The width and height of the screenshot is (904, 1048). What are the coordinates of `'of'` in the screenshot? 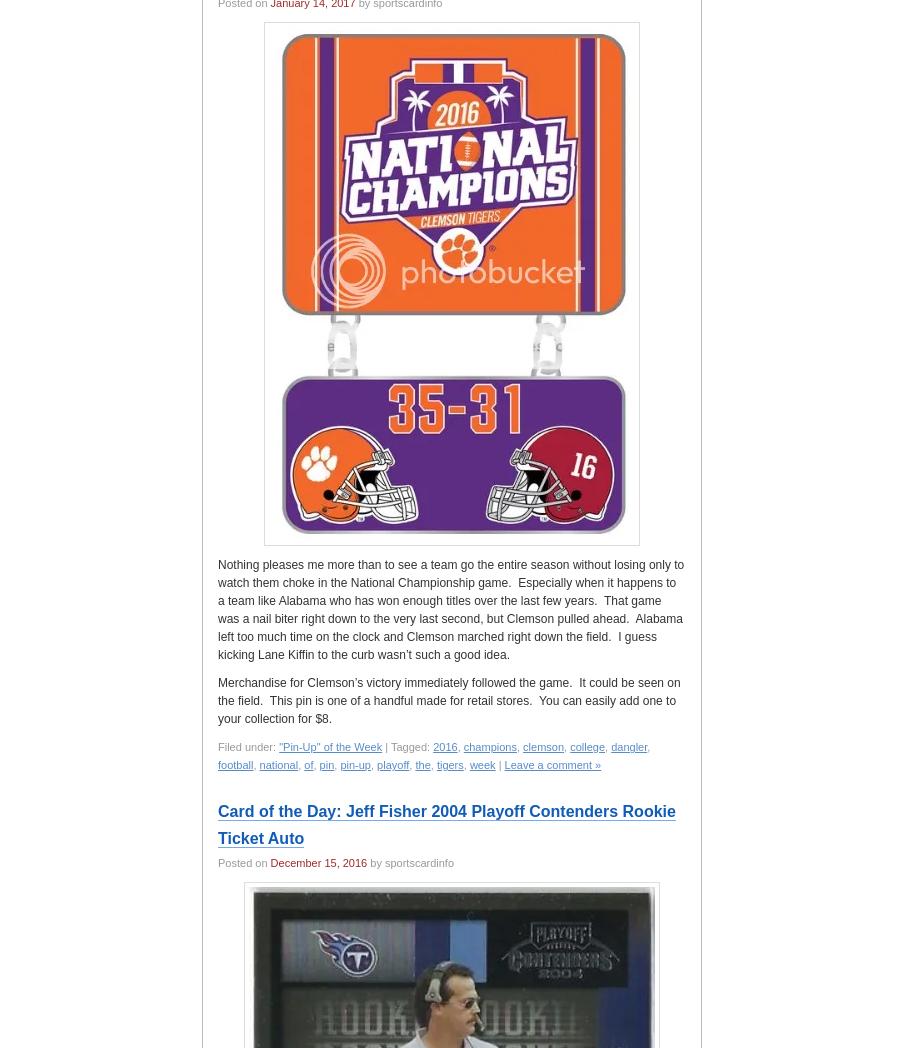 It's located at (304, 765).